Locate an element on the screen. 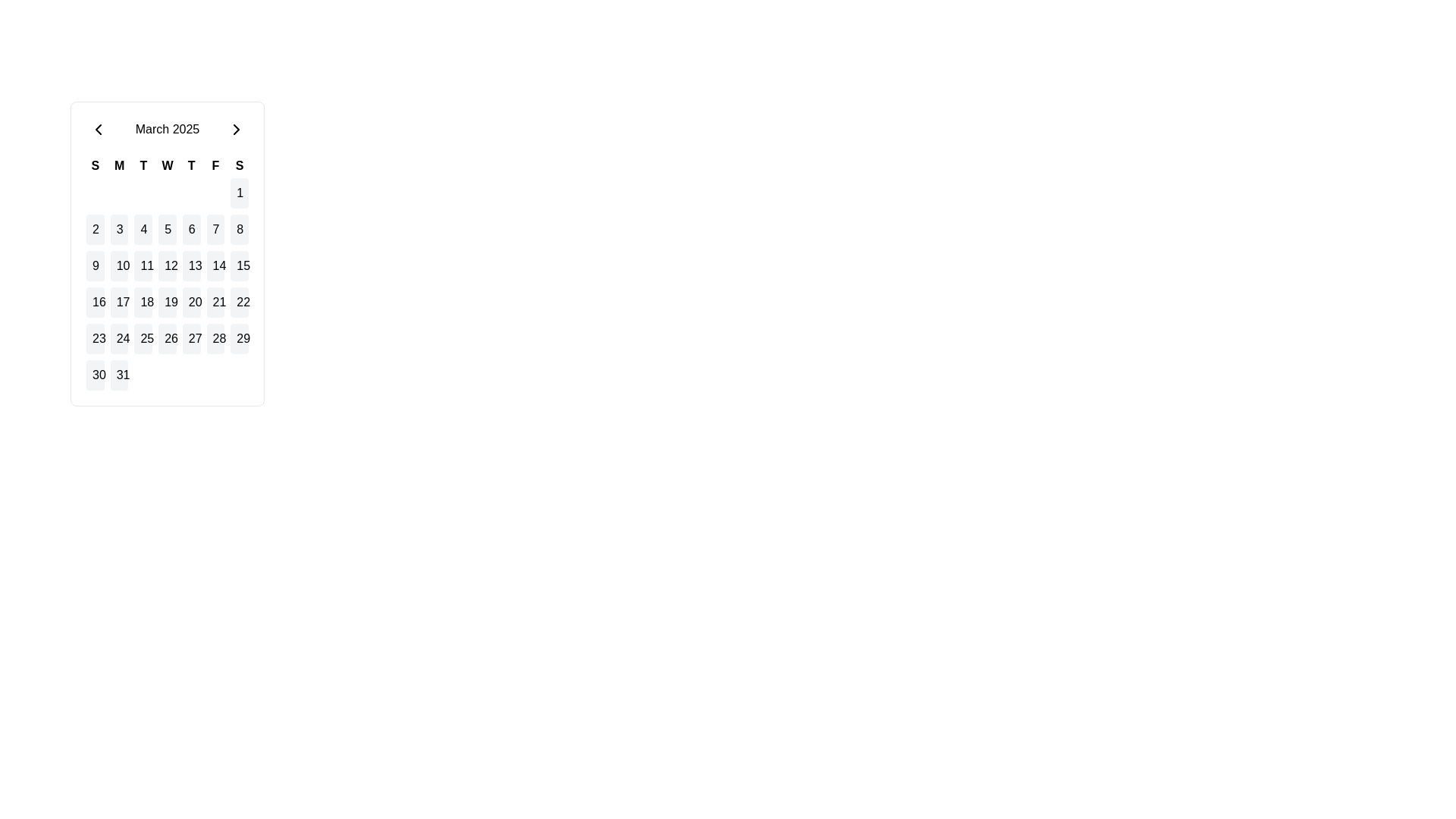 The image size is (1456, 819). the interactive calendar day cell displaying the number '6', which is located in the third row and sixth column of the grid layout is located at coordinates (190, 230).